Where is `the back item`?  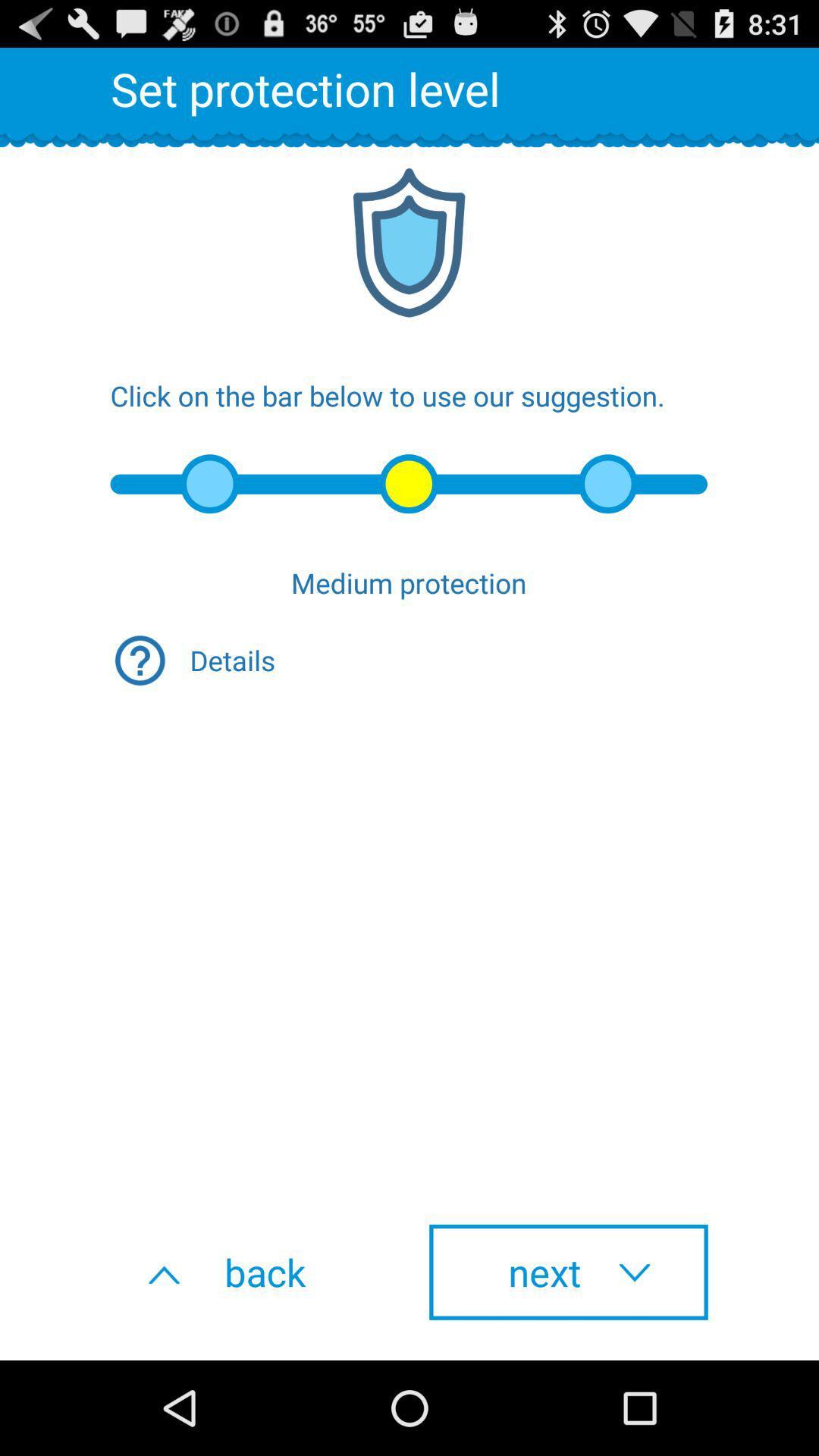 the back item is located at coordinates (249, 1272).